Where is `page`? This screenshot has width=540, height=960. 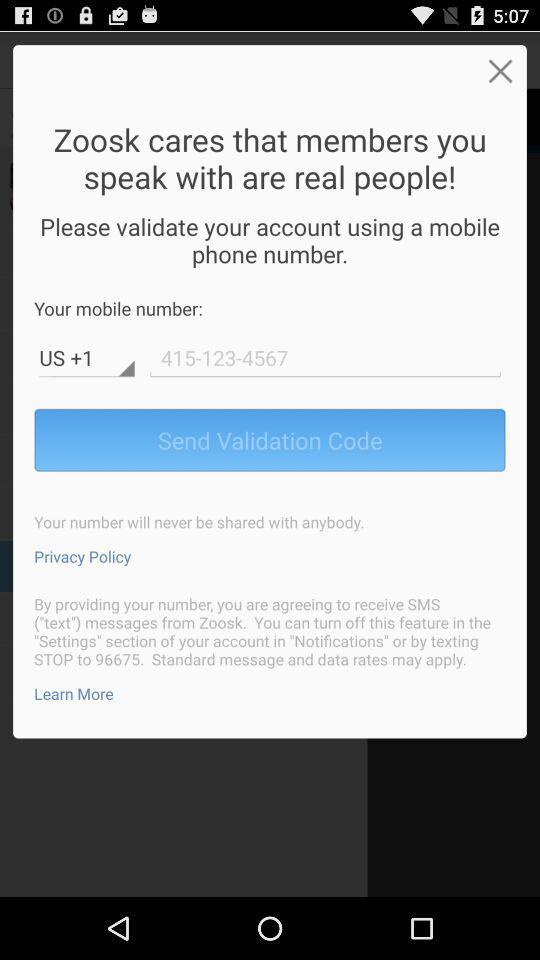 page is located at coordinates (499, 70).